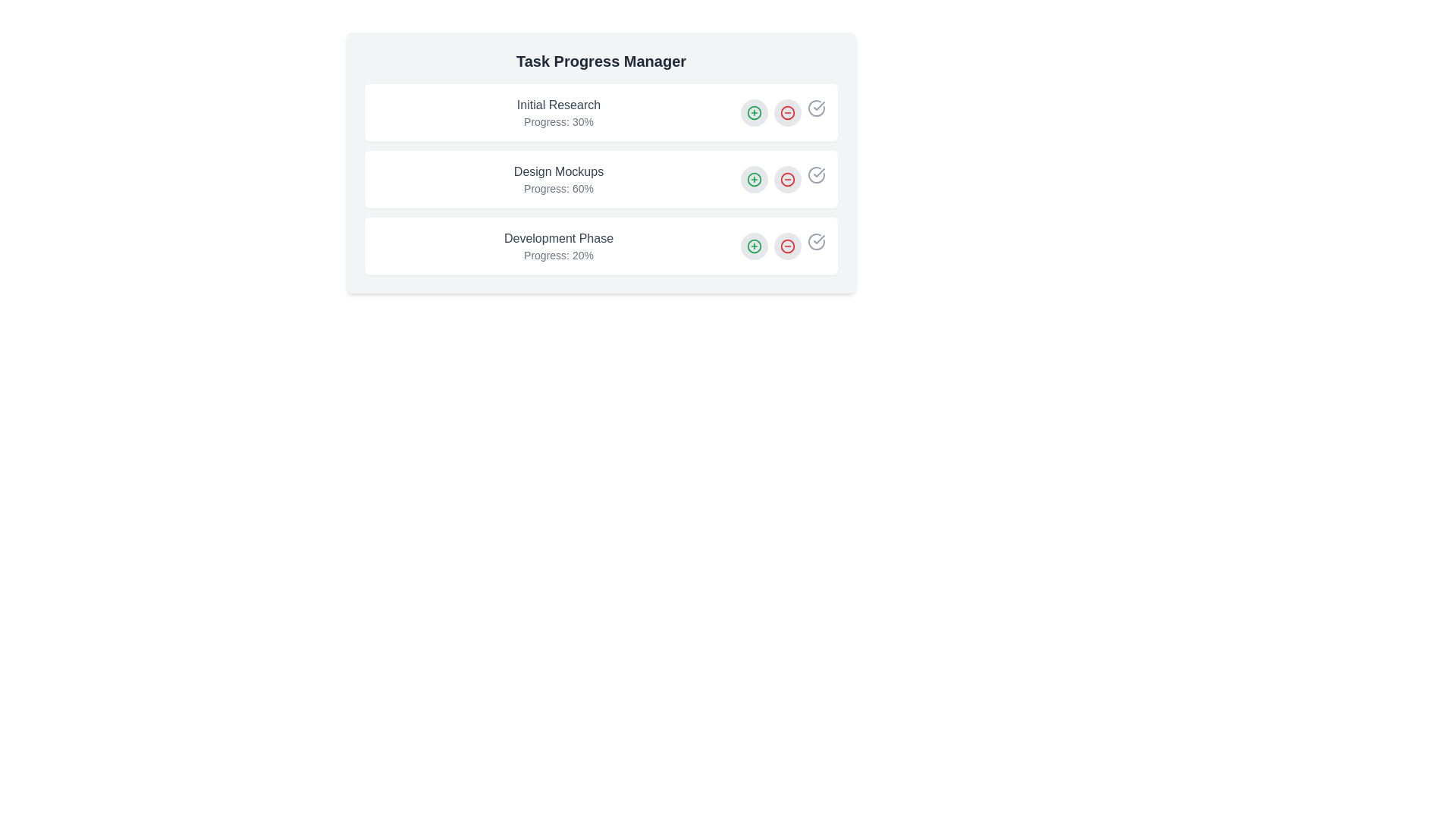  What do you see at coordinates (754, 245) in the screenshot?
I see `the 'add' button located on the rightmost side of the 'Development Phase' row in the vertical list` at bounding box center [754, 245].